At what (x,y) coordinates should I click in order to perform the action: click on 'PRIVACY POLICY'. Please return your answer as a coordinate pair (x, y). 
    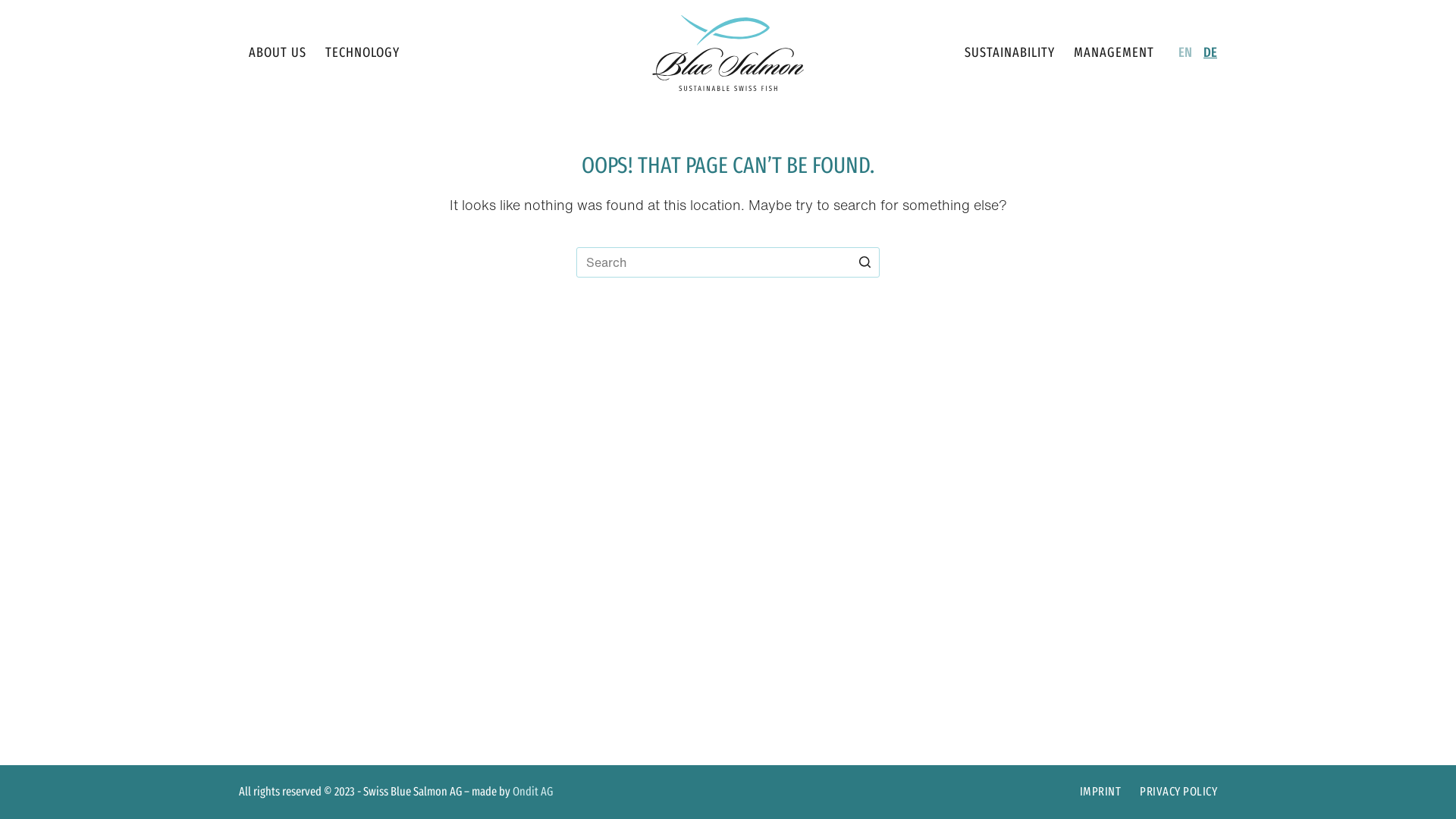
    Looking at the image, I should click on (1129, 791).